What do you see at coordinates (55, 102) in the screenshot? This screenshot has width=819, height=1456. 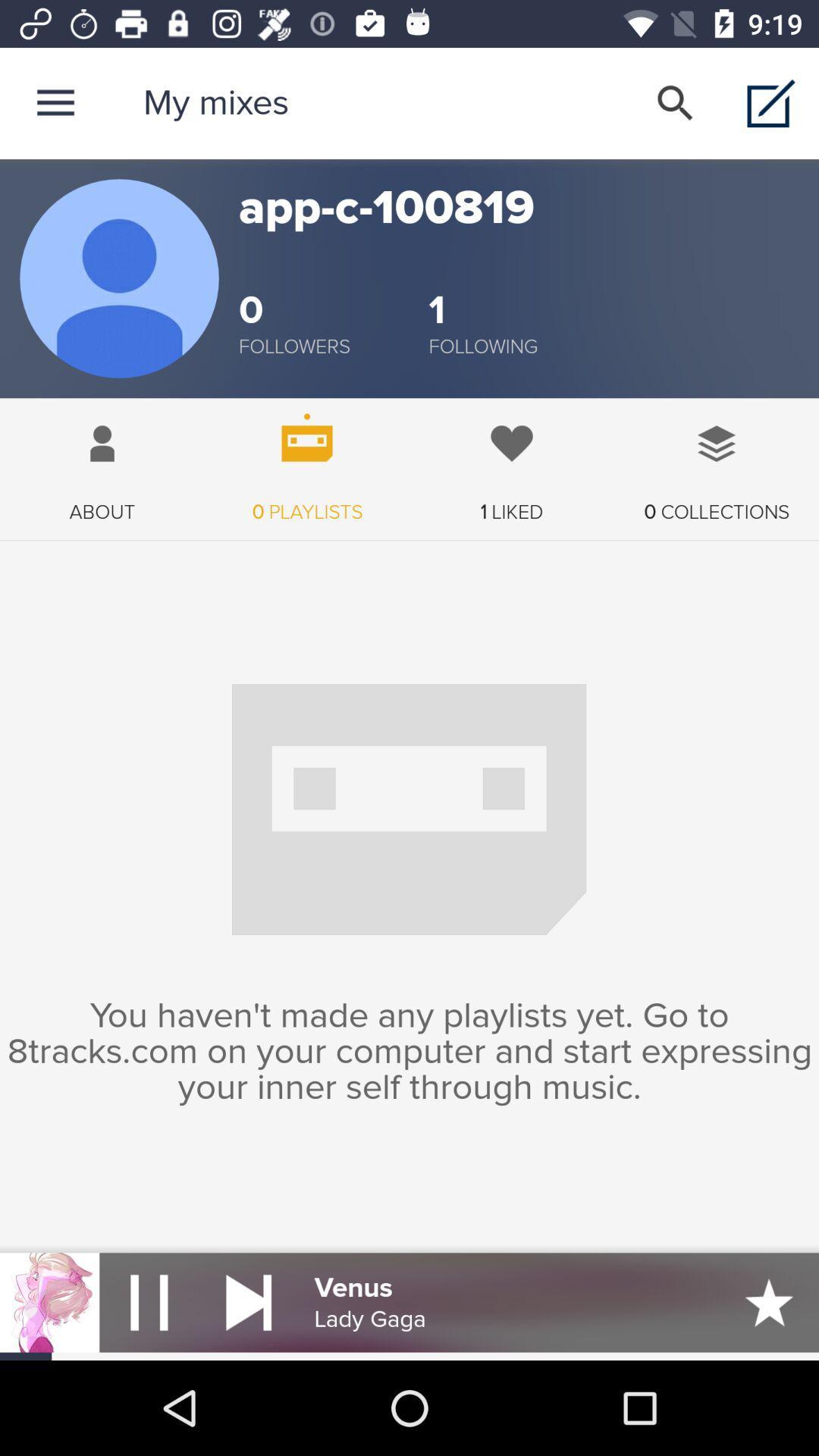 I see `the icon next to my mixes icon` at bounding box center [55, 102].